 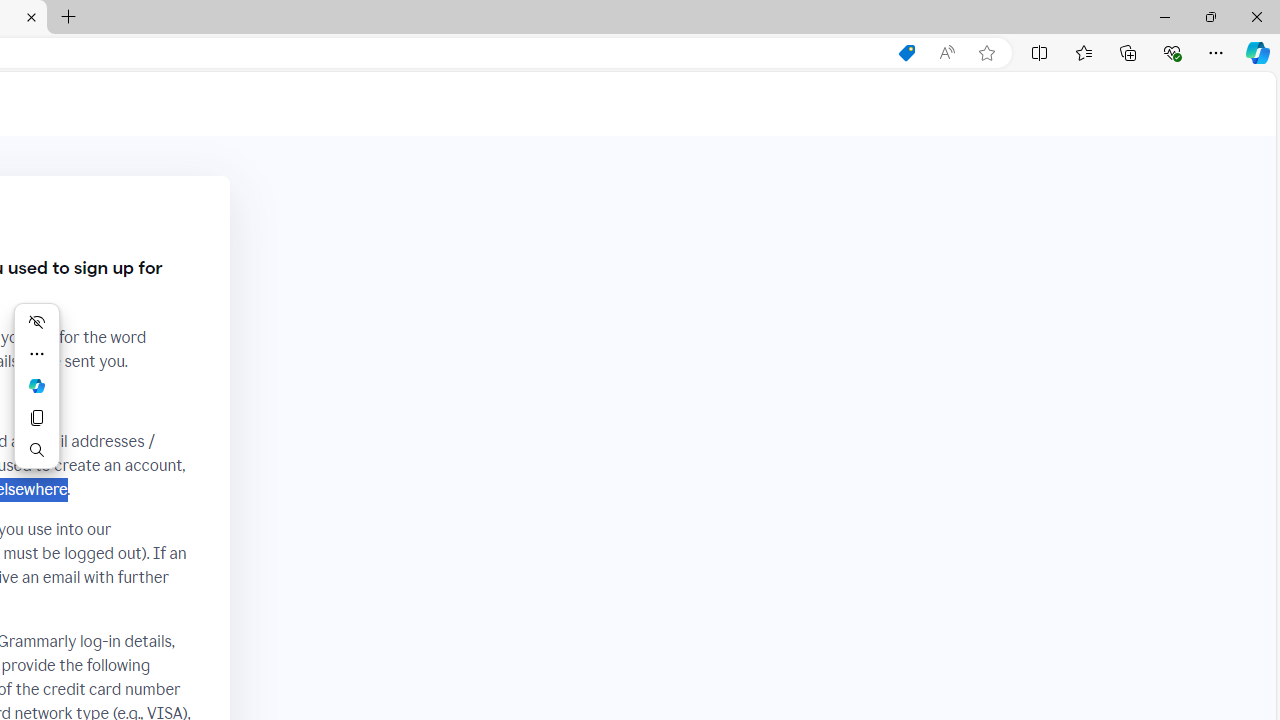 What do you see at coordinates (37, 385) in the screenshot?
I see `'Ask Copilot'` at bounding box center [37, 385].